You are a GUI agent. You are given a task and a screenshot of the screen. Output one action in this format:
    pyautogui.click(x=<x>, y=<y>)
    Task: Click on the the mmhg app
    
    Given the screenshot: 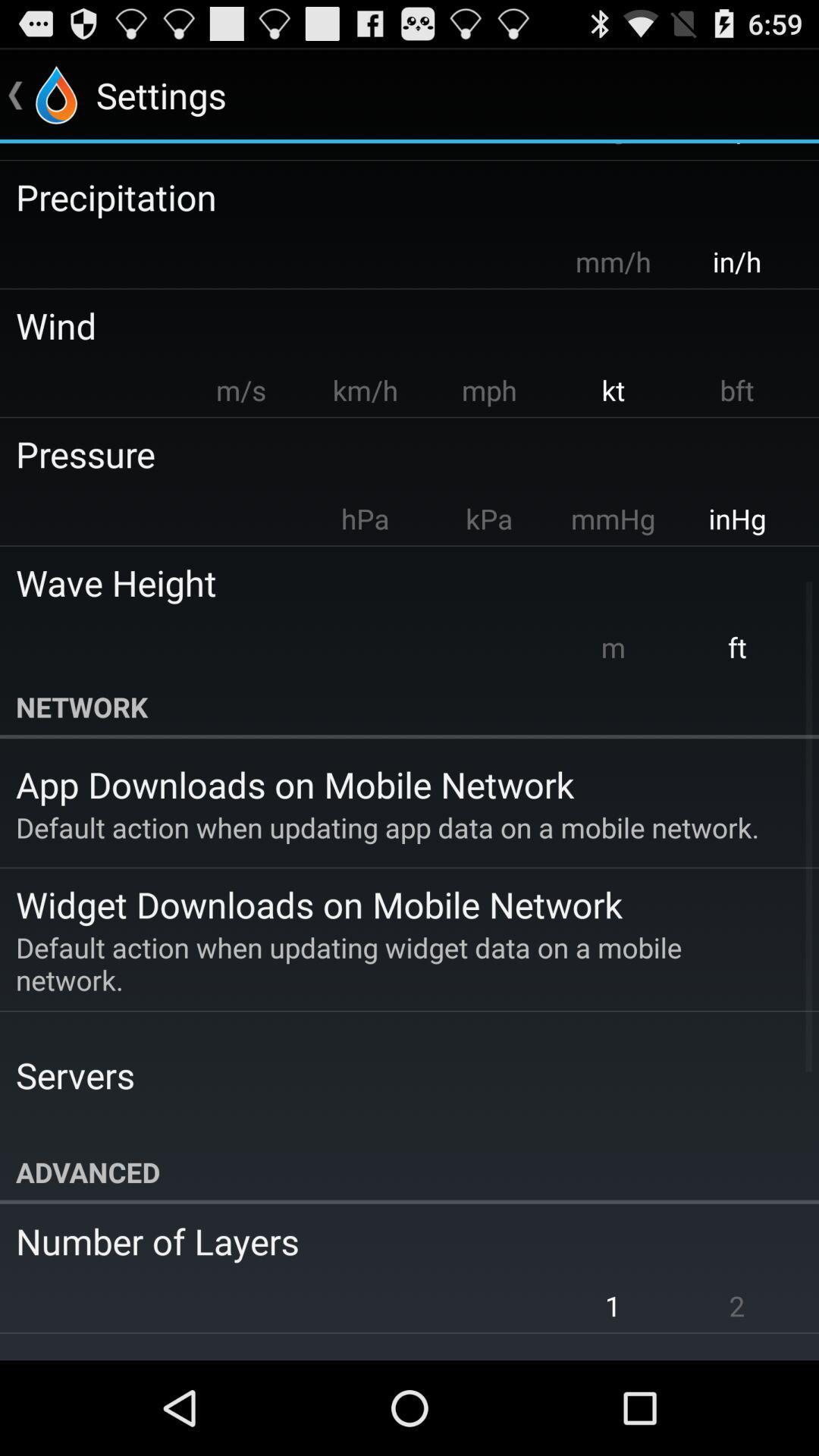 What is the action you would take?
    pyautogui.click(x=612, y=519)
    